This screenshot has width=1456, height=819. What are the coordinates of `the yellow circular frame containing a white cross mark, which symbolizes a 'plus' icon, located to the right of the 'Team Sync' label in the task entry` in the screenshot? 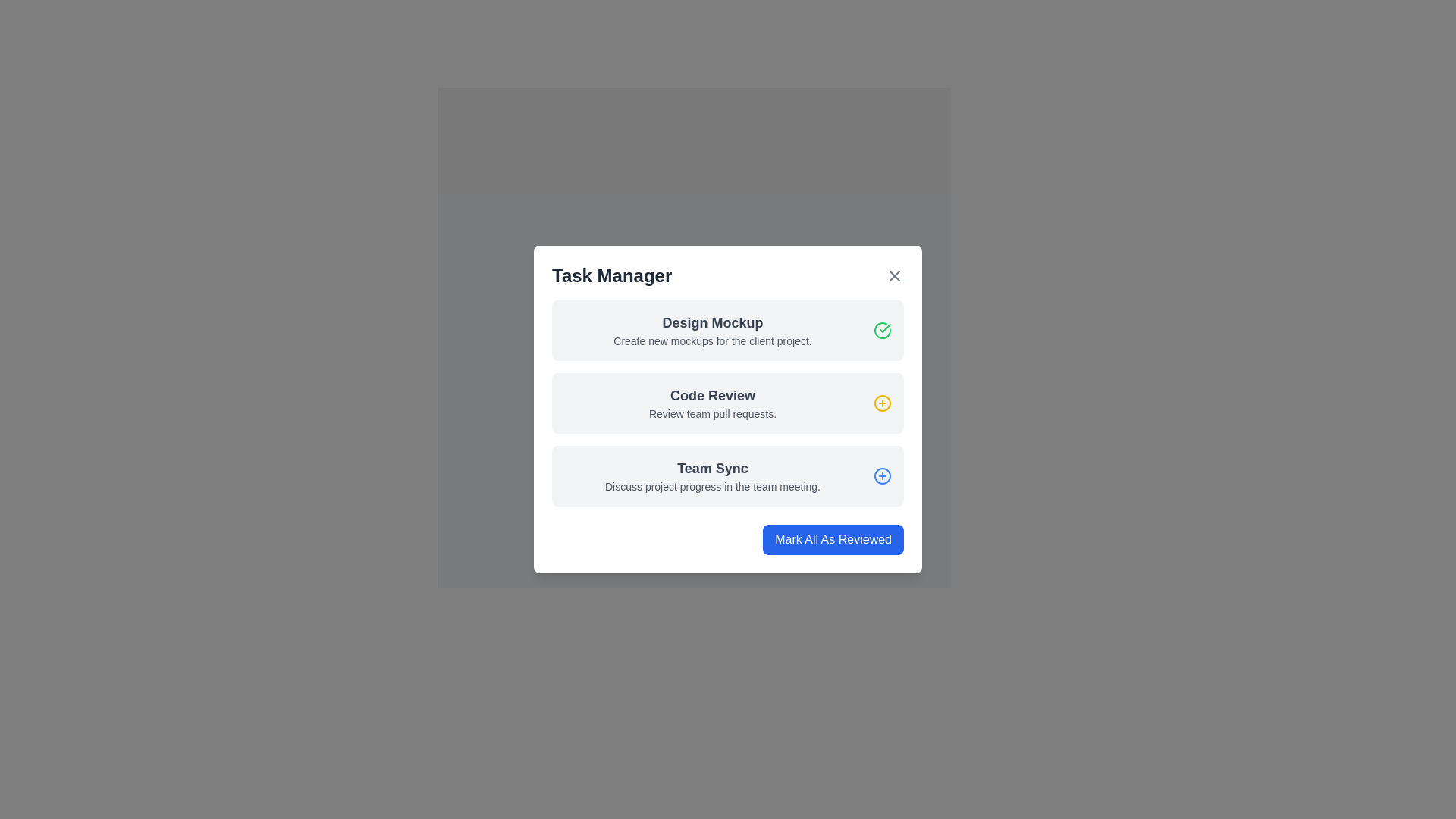 It's located at (882, 403).